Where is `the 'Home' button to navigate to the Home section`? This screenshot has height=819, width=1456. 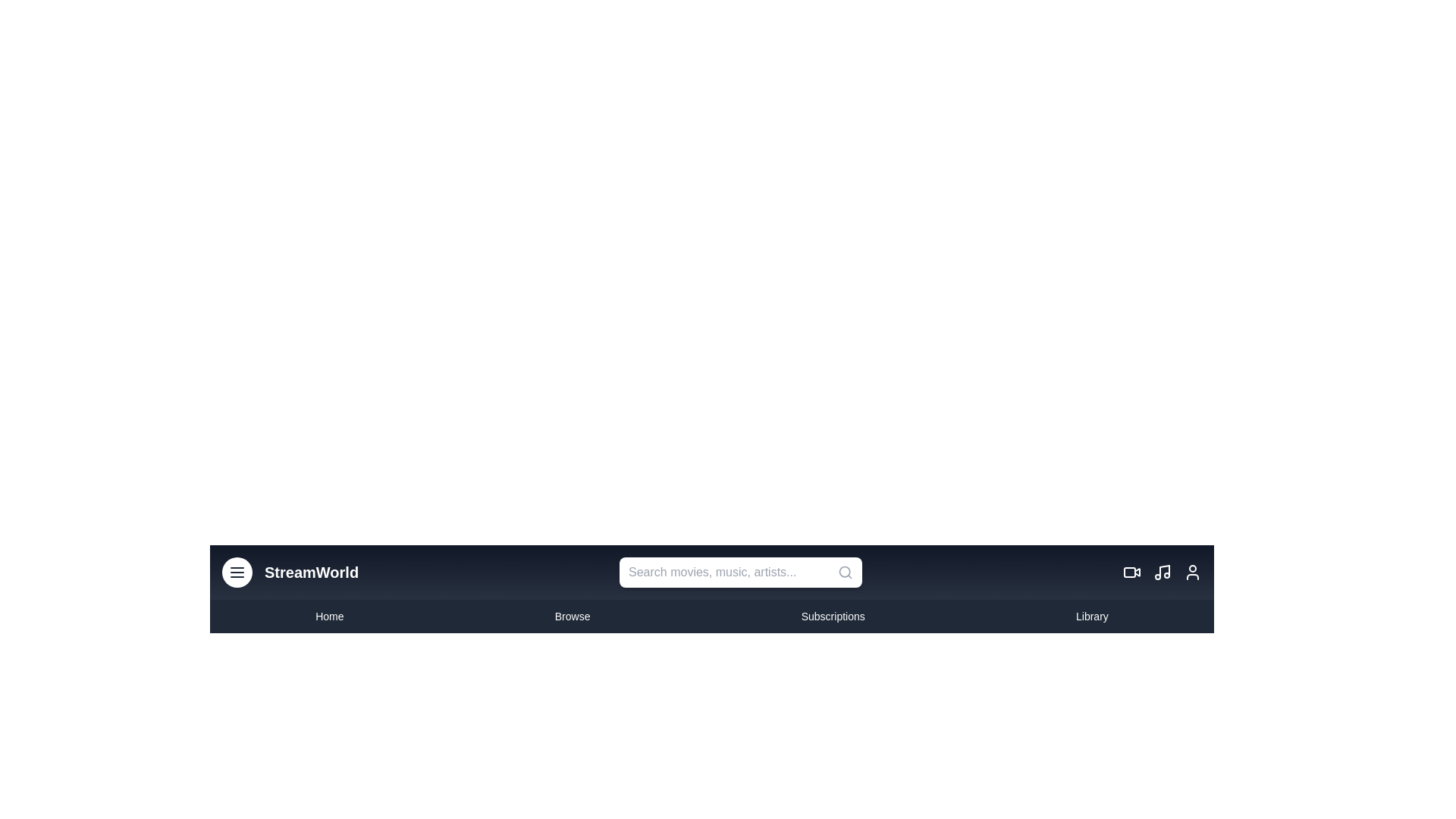 the 'Home' button to navigate to the Home section is located at coordinates (328, 617).